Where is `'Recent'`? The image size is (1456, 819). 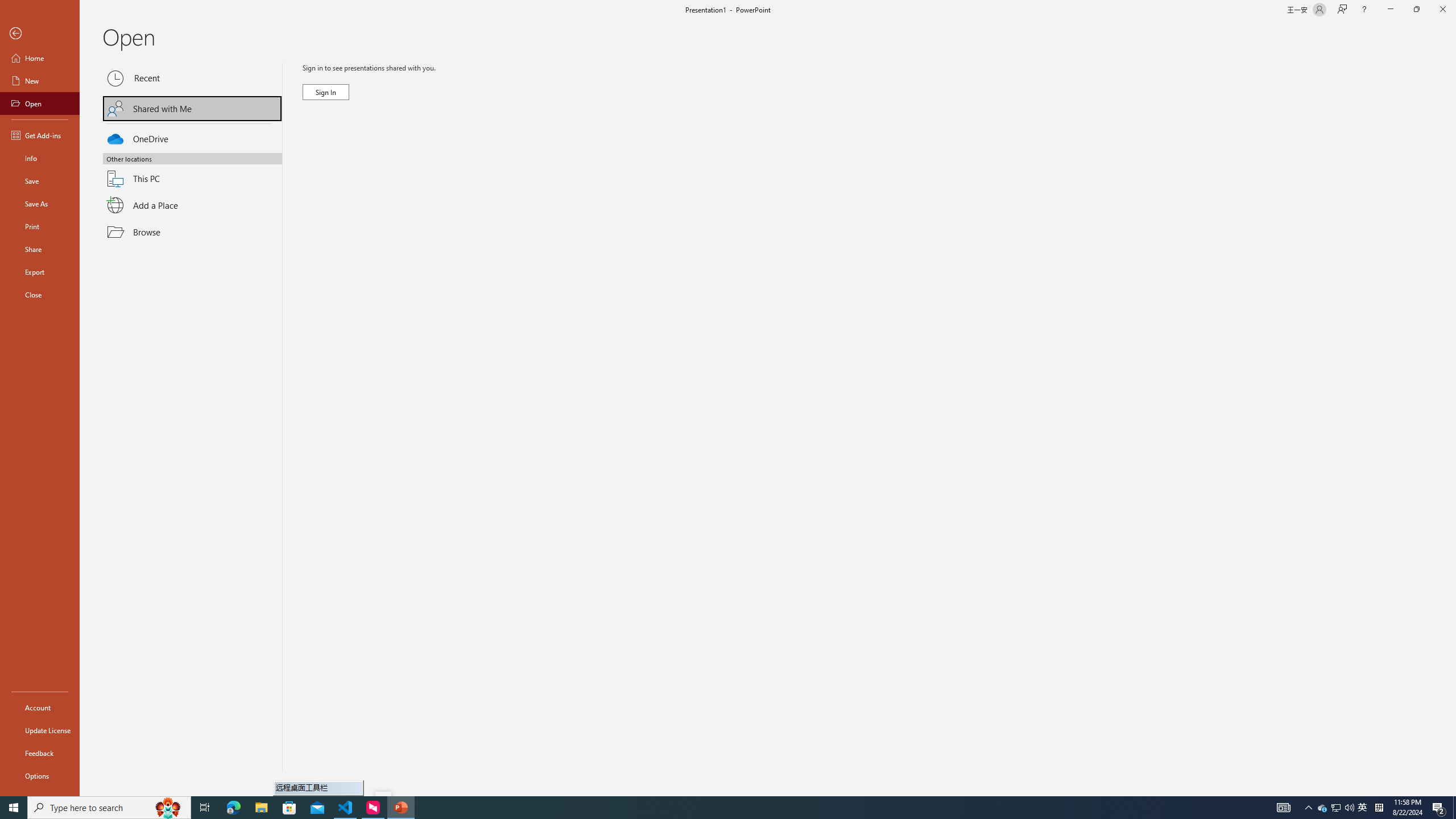
'Recent' is located at coordinates (192, 78).